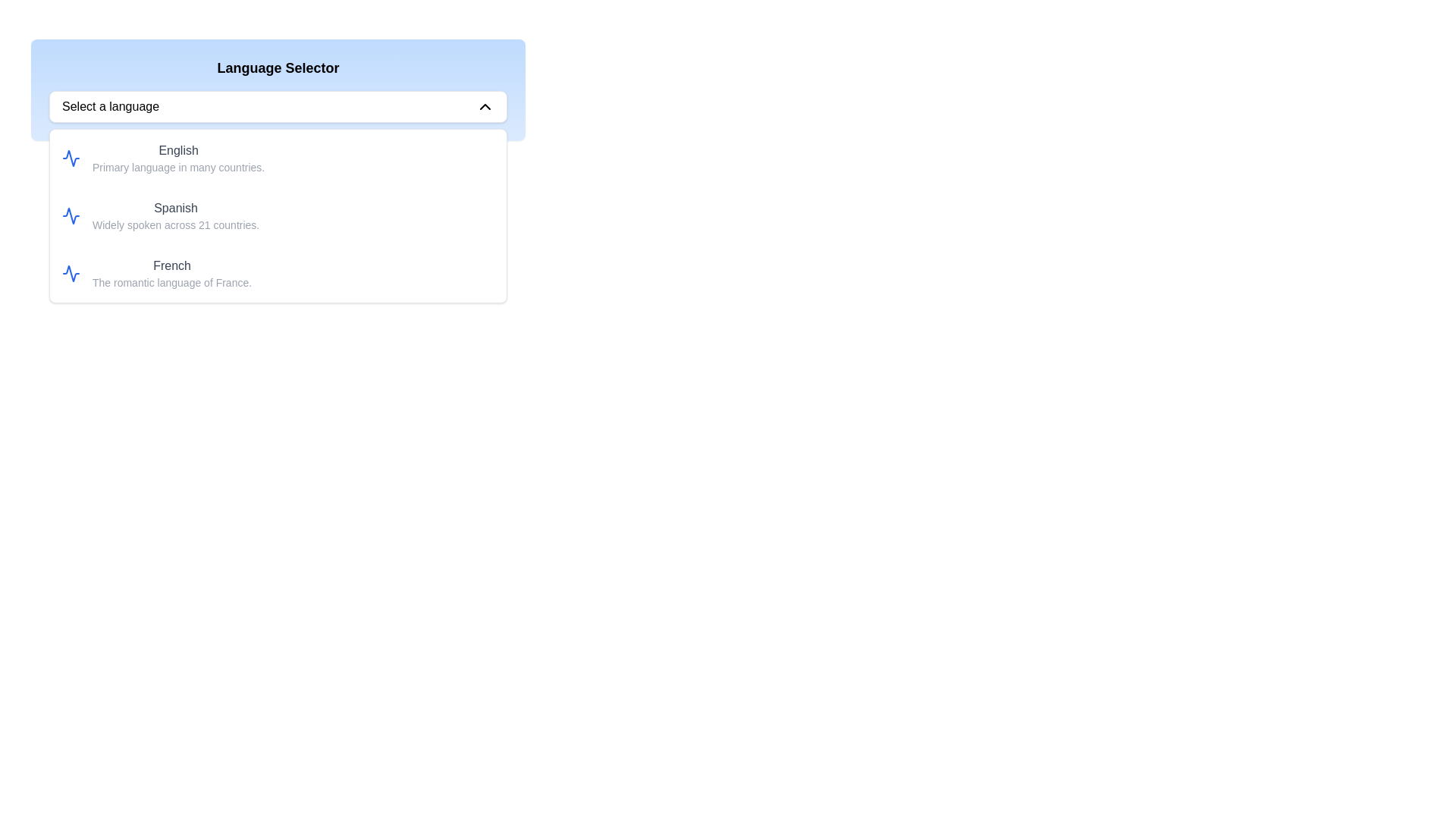  What do you see at coordinates (278, 216) in the screenshot?
I see `the 'Spanish' option in the dropdown menu labeled 'Language Selector'` at bounding box center [278, 216].